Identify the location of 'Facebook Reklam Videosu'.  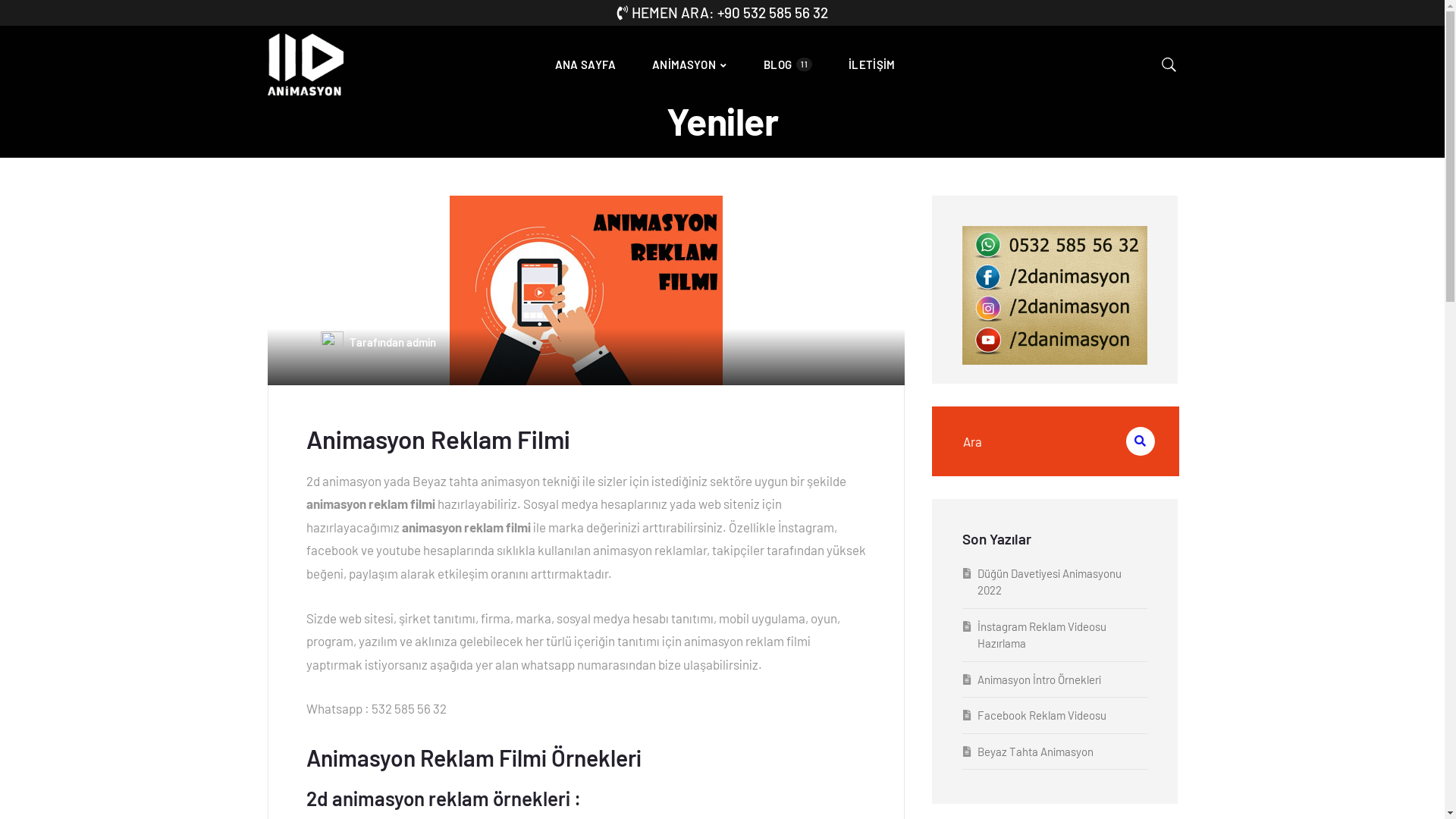
(1040, 714).